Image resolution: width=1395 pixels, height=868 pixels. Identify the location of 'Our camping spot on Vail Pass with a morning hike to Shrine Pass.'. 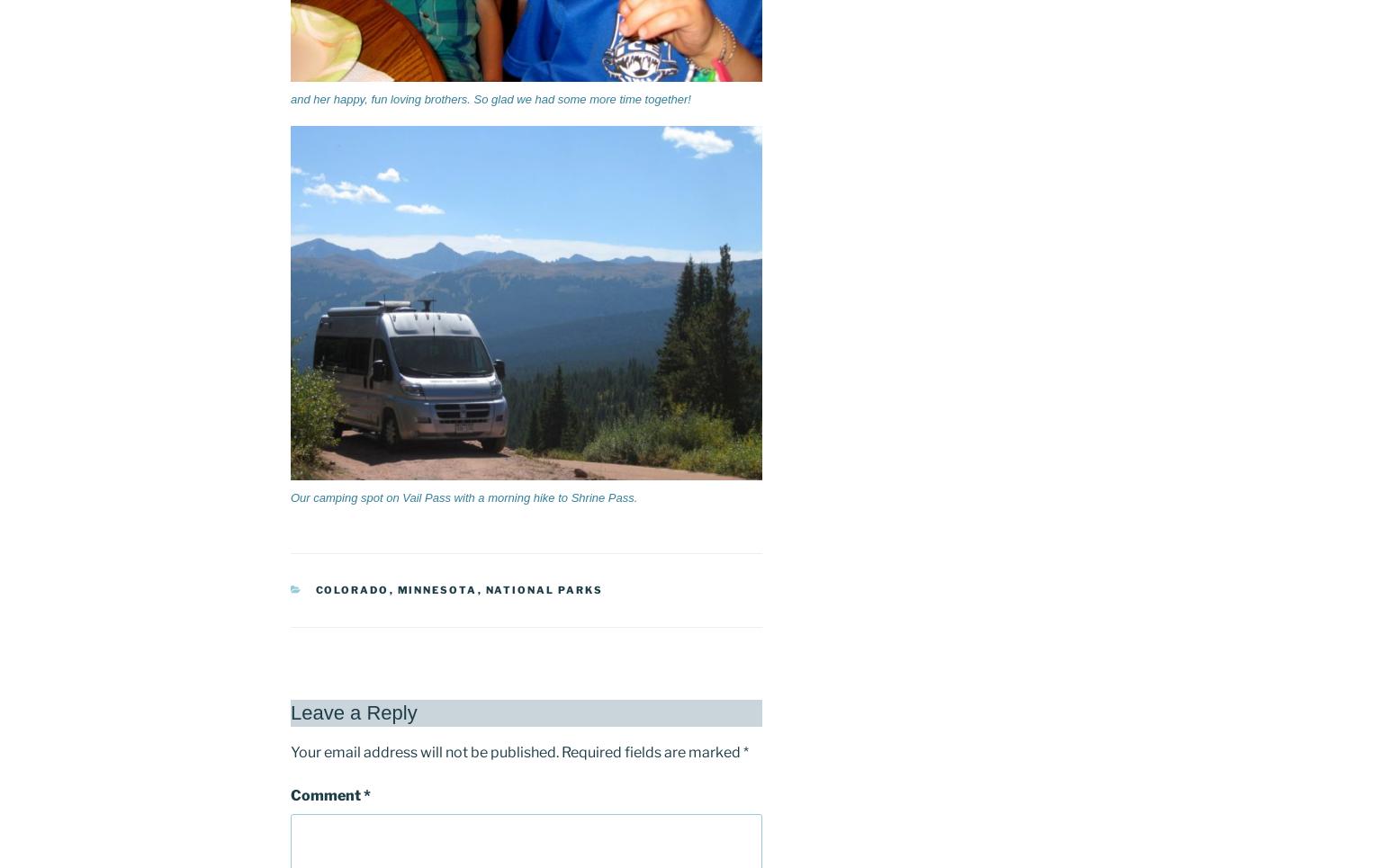
(463, 497).